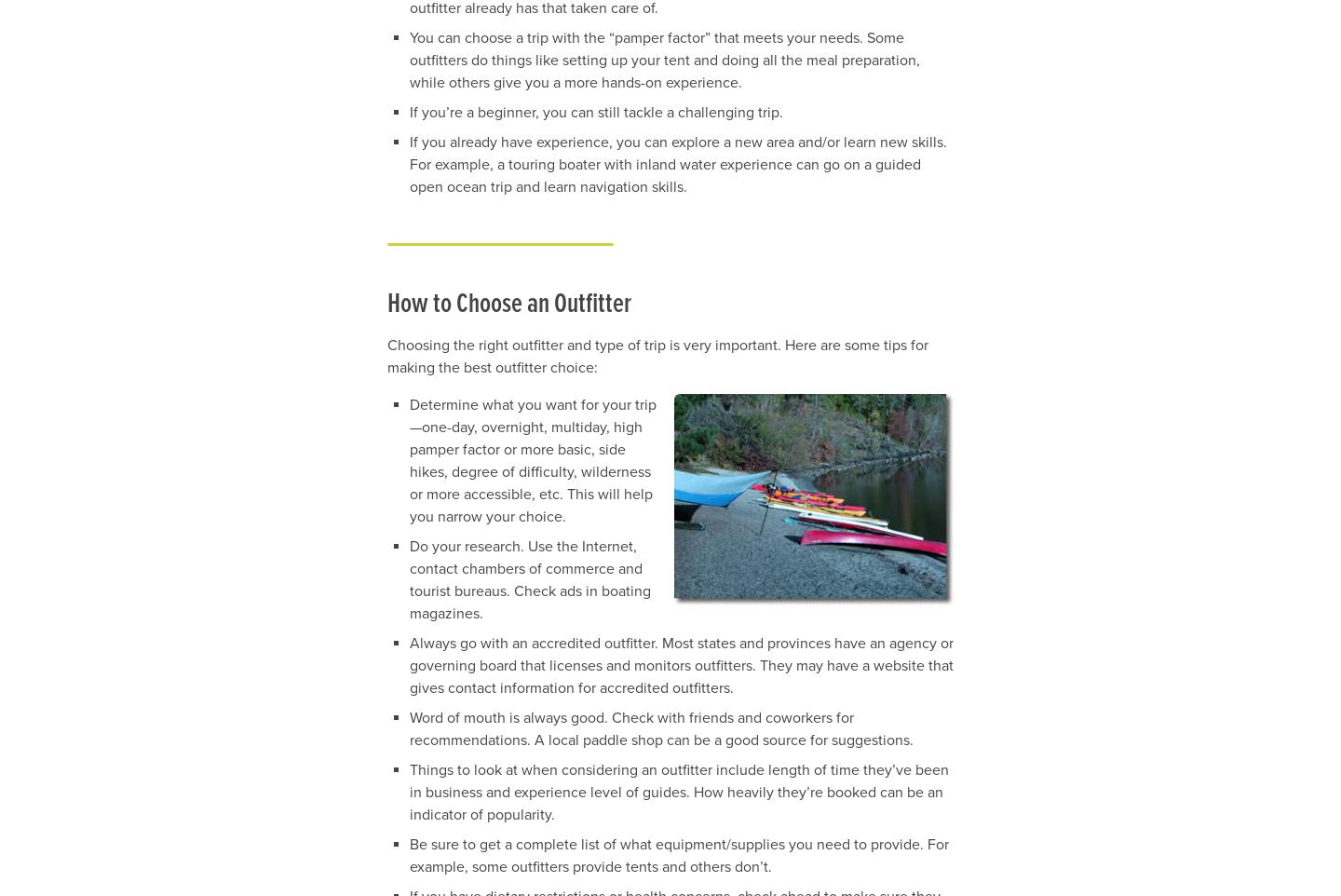  Describe the element at coordinates (533, 458) in the screenshot. I see `'Determine what you want for your trip—one-day, overnight, multiday, high pamper factor or more basic, side hikes, degree of difficulty, wilderness or more accessible, etc. This will help you narrow your choice.'` at that location.